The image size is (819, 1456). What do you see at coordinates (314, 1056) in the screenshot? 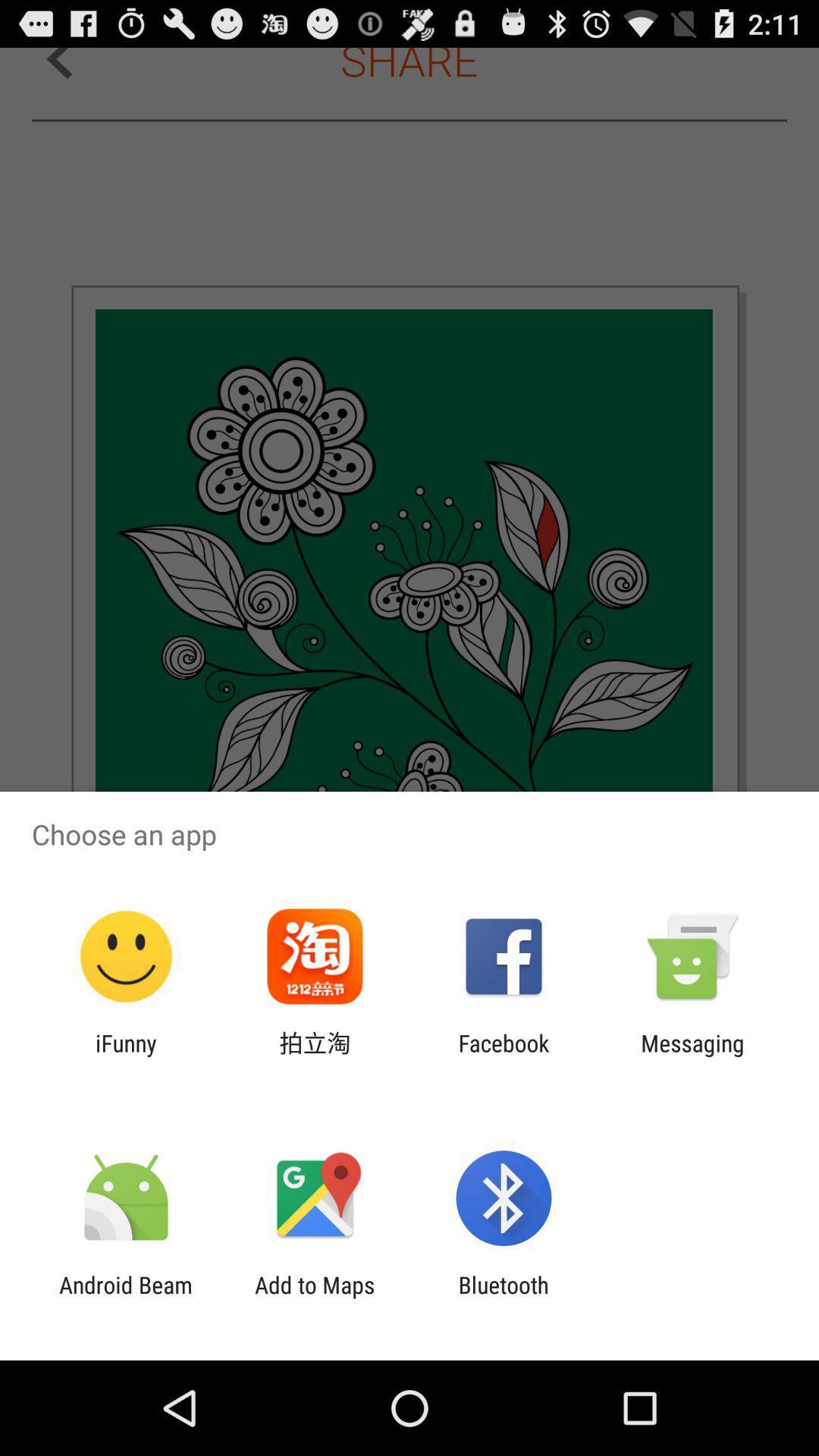
I see `item to the right of the ifunny item` at bounding box center [314, 1056].